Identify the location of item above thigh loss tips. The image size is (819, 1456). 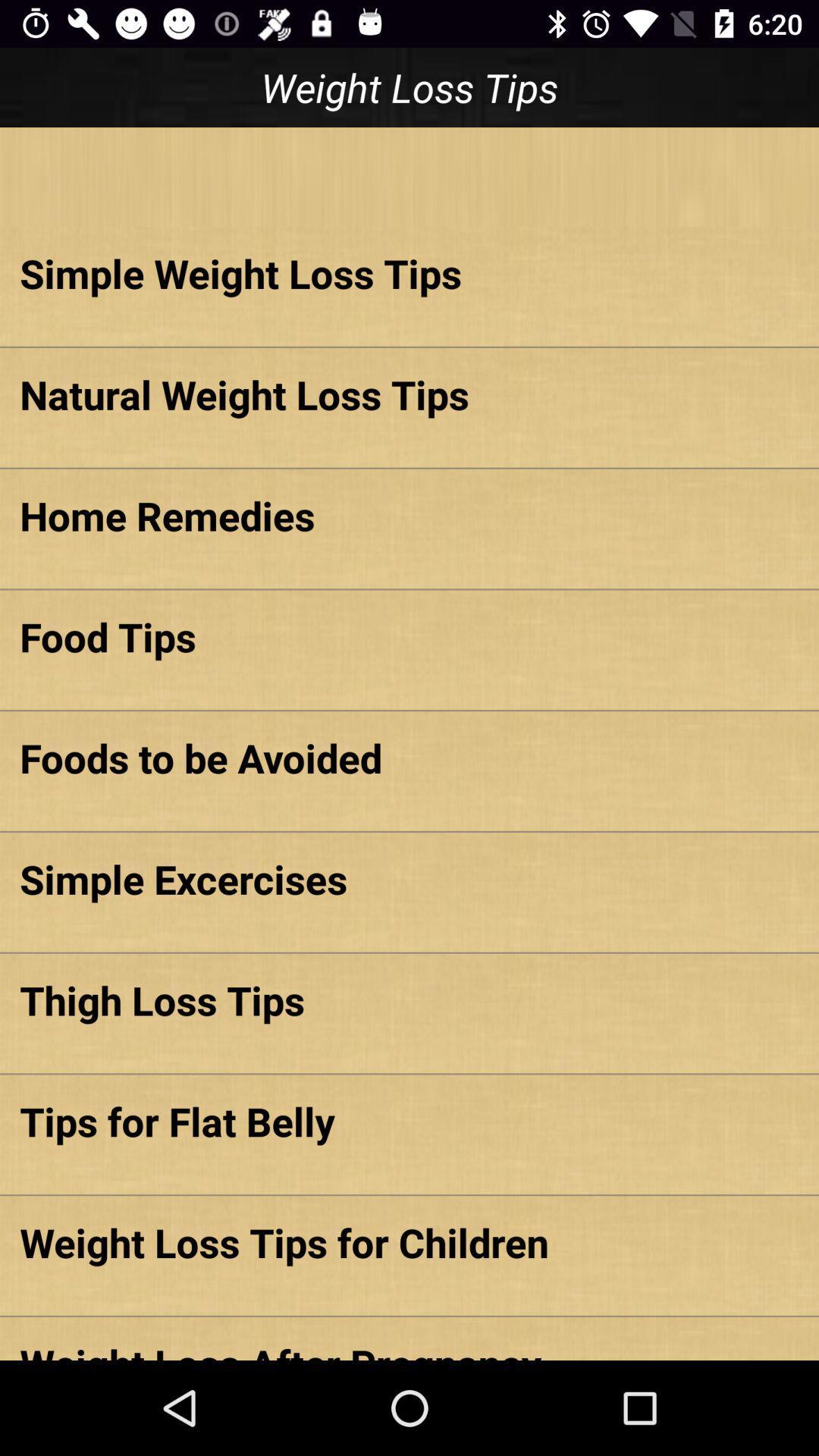
(409, 879).